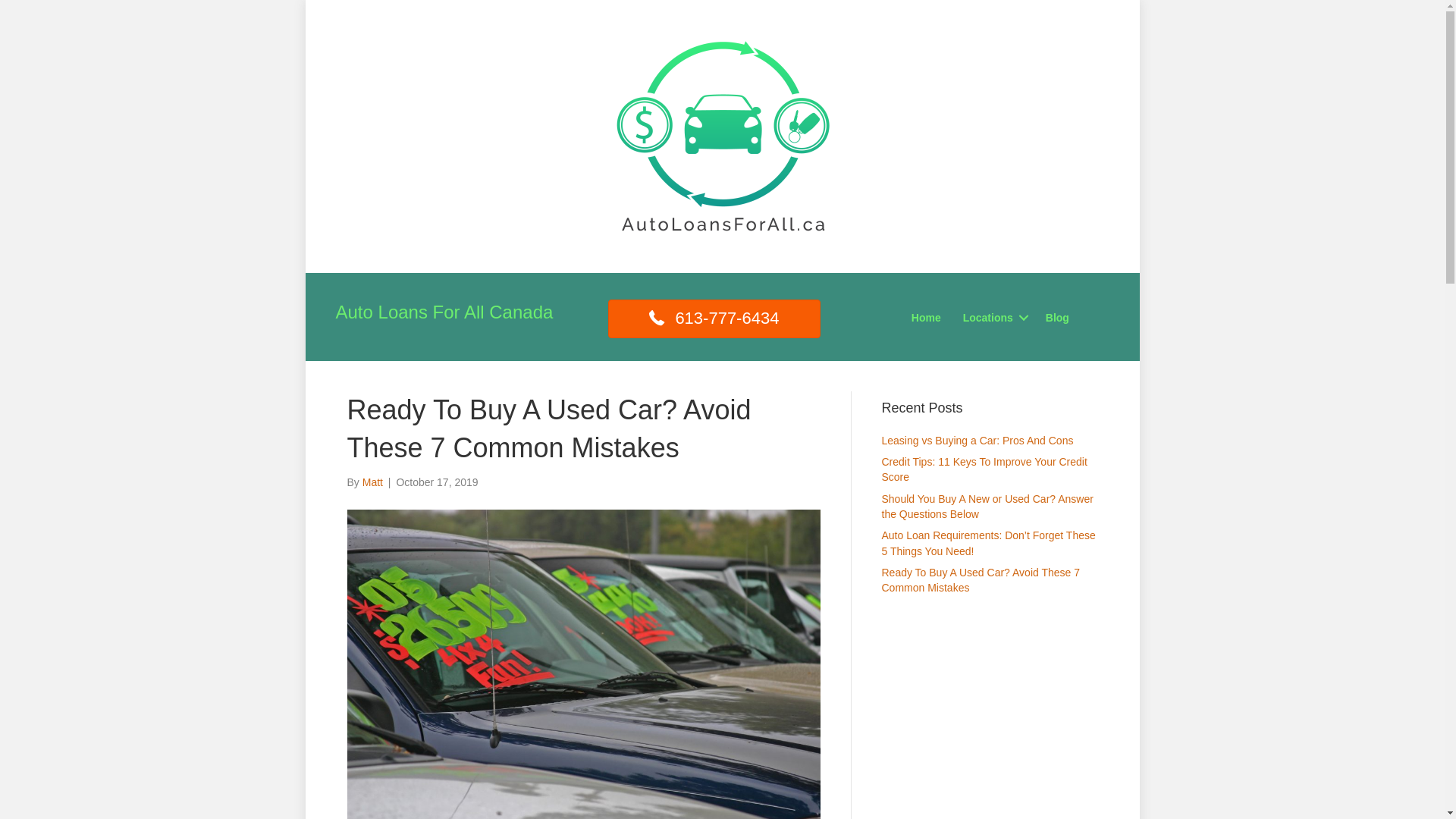  What do you see at coordinates (720, 136) in the screenshot?
I see `'Auto Loans for all canada square'` at bounding box center [720, 136].